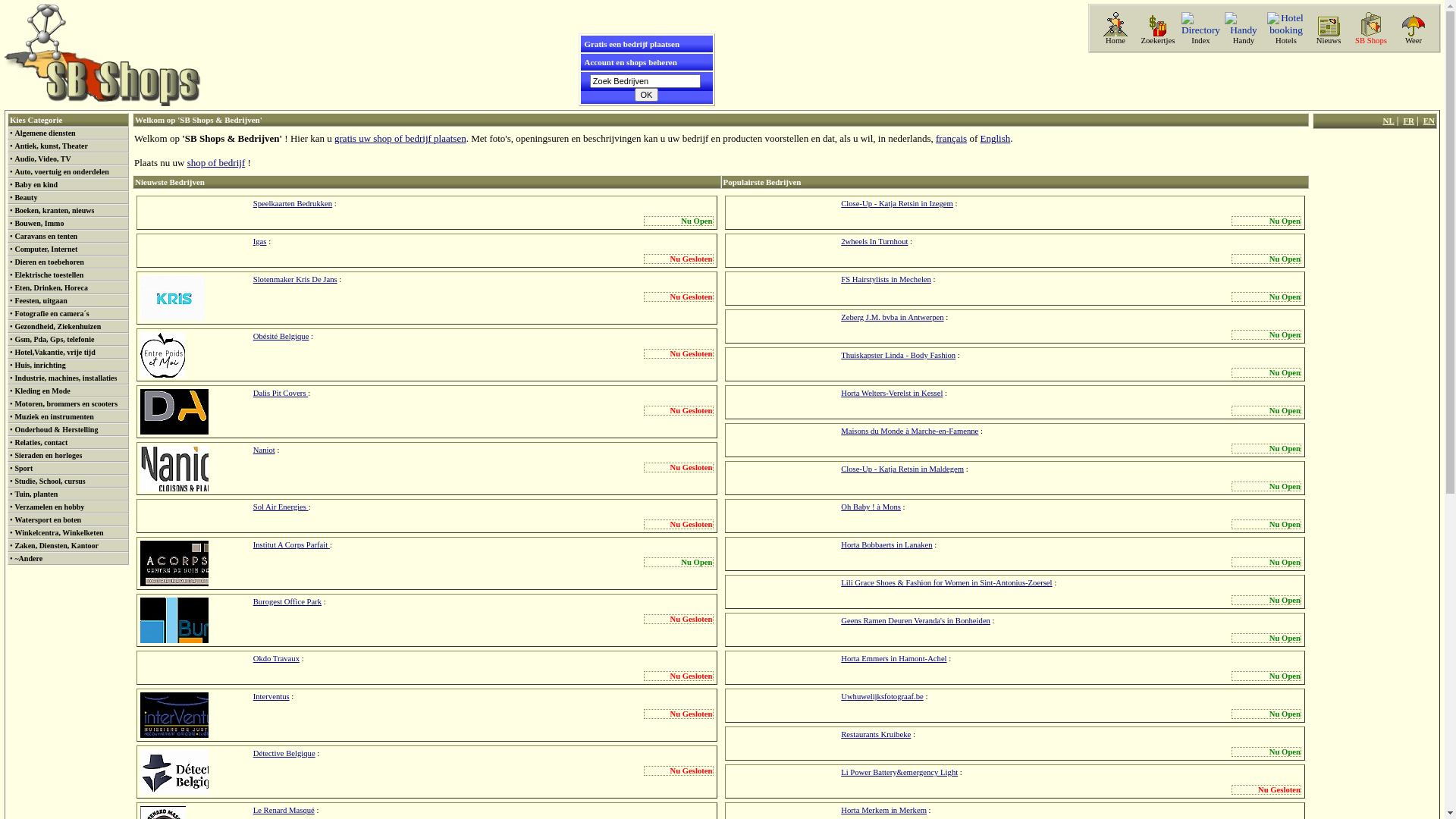  Describe the element at coordinates (994, 138) in the screenshot. I see `'English'` at that location.